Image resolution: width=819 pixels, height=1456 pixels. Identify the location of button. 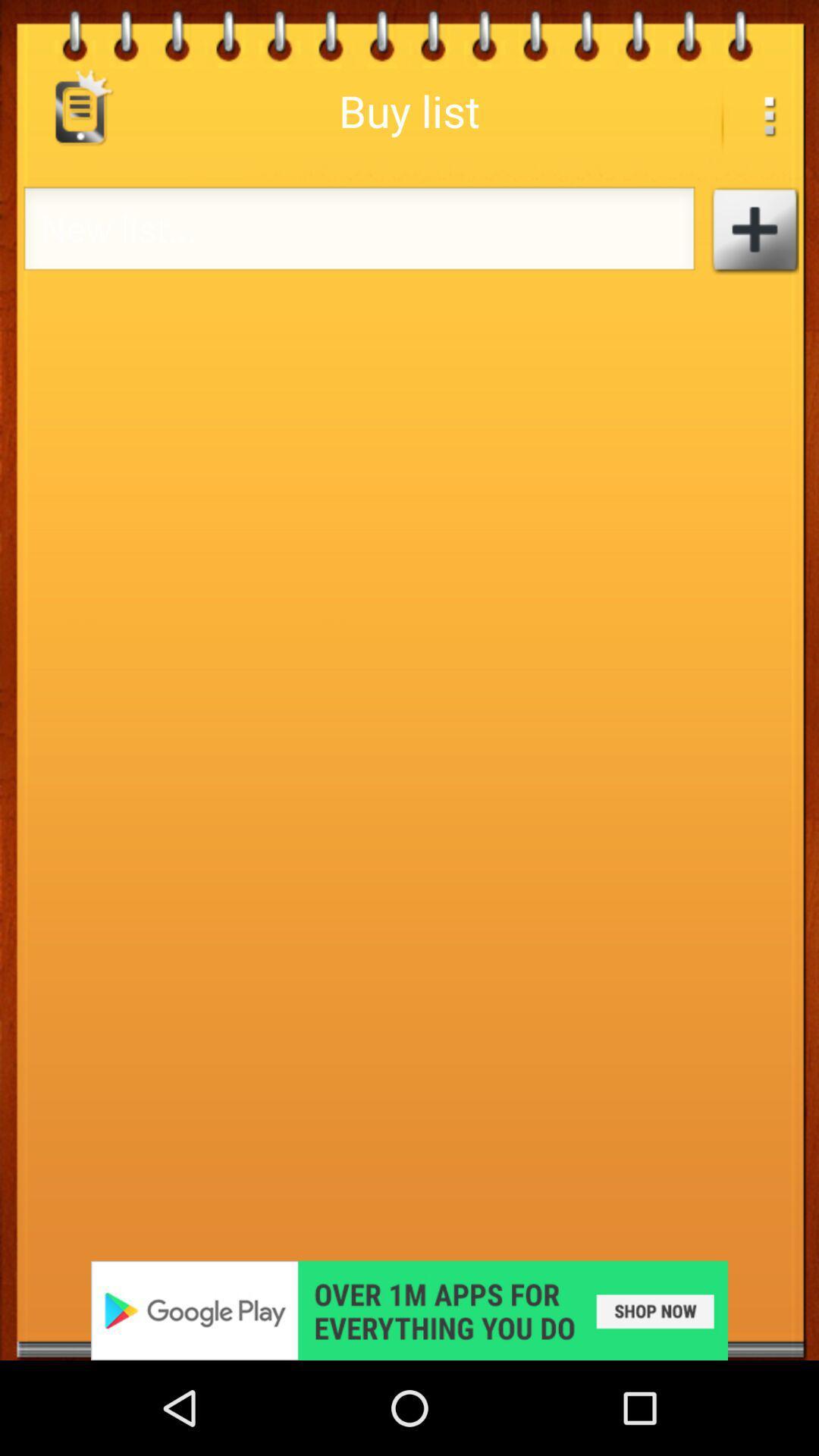
(754, 229).